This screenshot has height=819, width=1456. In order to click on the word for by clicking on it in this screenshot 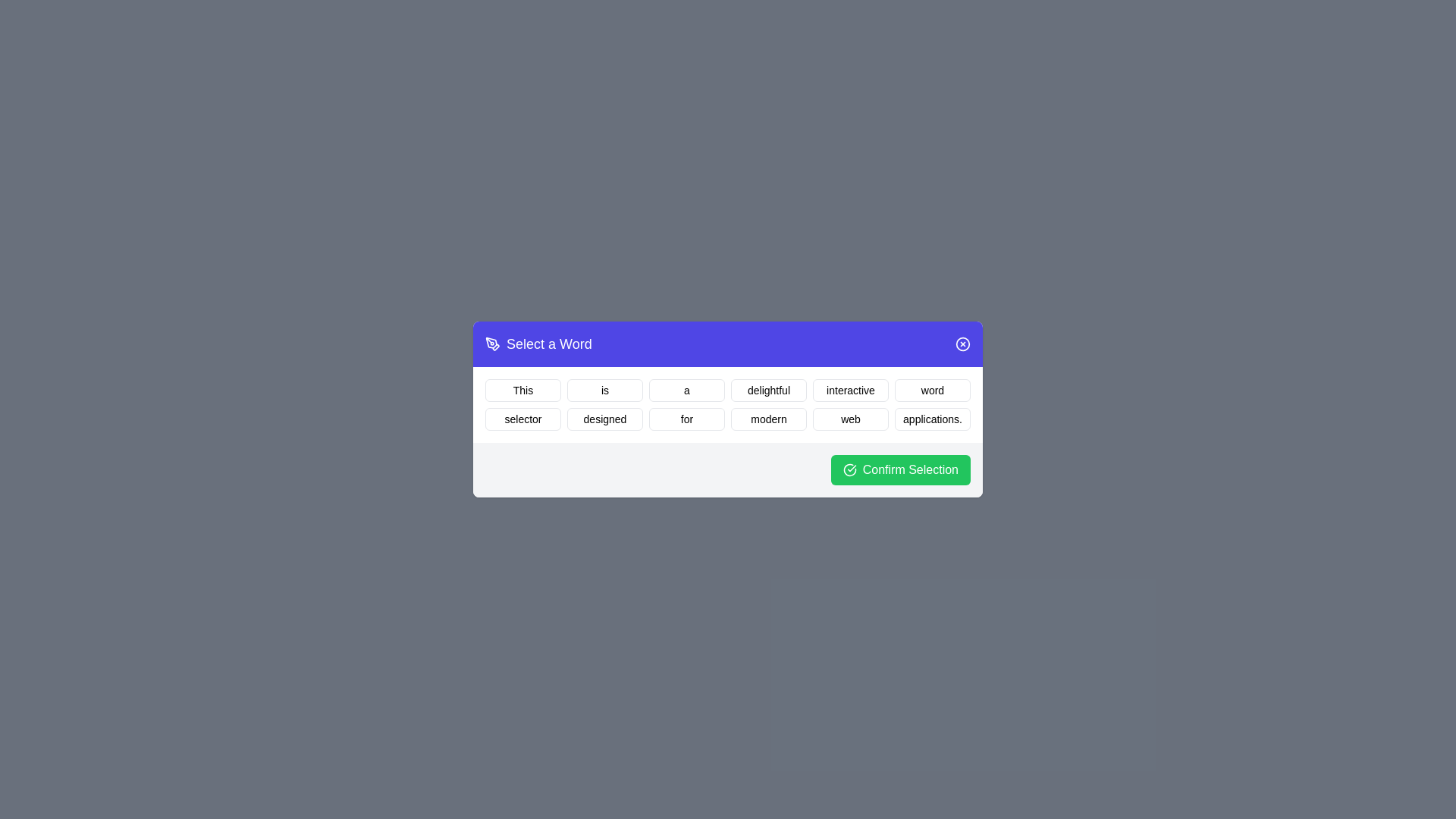, I will do `click(686, 419)`.